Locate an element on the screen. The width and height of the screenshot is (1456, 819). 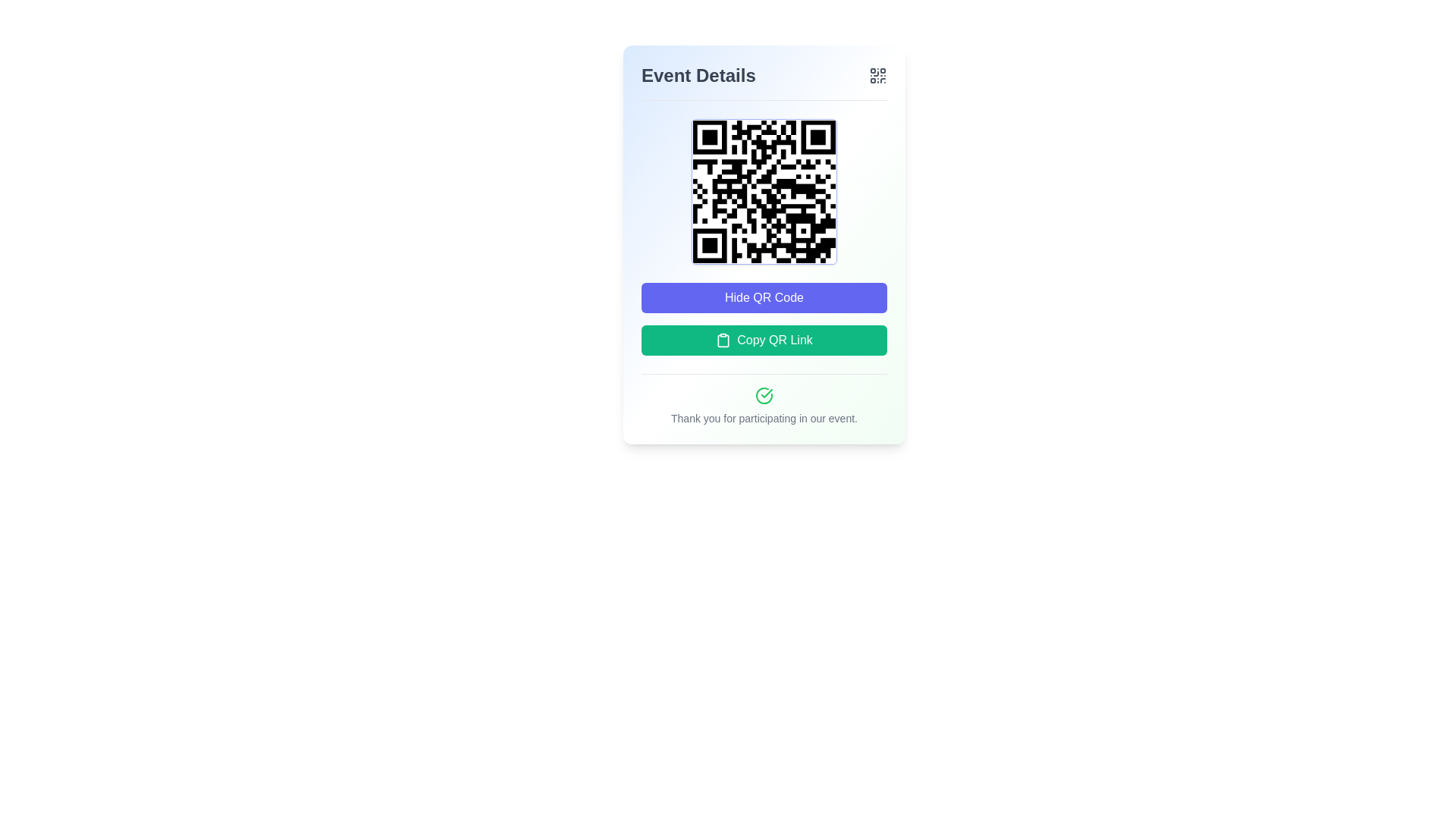
the decorative icon that indicates successful completion, which is centered above the text 'Thank you for participating in our event.' is located at coordinates (764, 394).